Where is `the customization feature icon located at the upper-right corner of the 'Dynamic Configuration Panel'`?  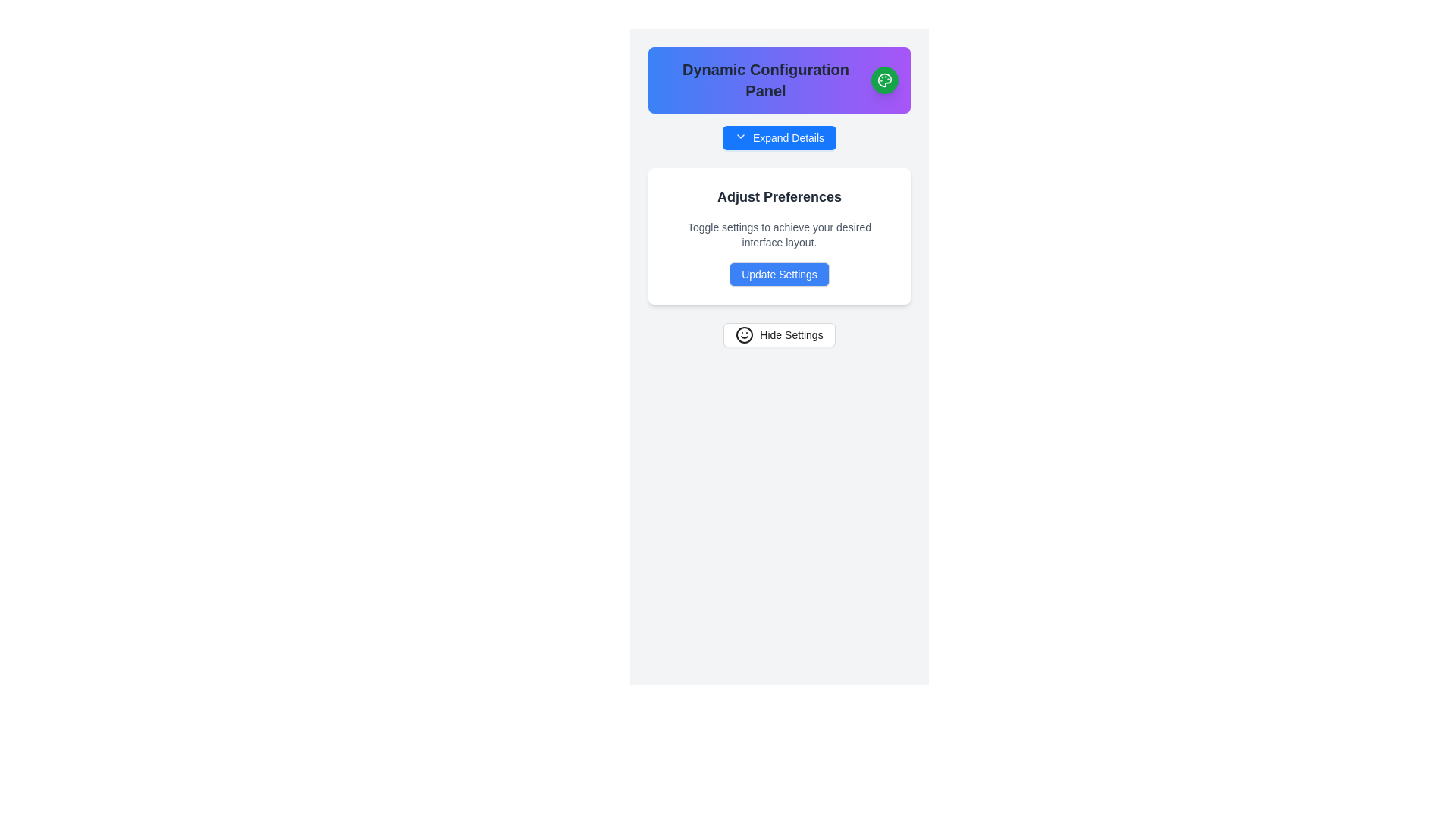
the customization feature icon located at the upper-right corner of the 'Dynamic Configuration Panel' is located at coordinates (884, 80).